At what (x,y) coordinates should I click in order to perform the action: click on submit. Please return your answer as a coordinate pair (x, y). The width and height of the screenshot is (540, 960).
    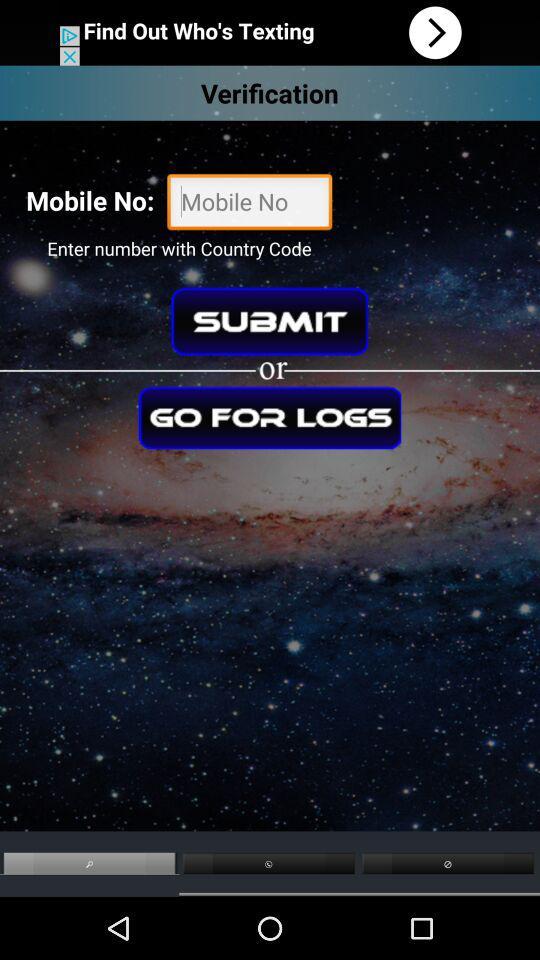
    Looking at the image, I should click on (269, 321).